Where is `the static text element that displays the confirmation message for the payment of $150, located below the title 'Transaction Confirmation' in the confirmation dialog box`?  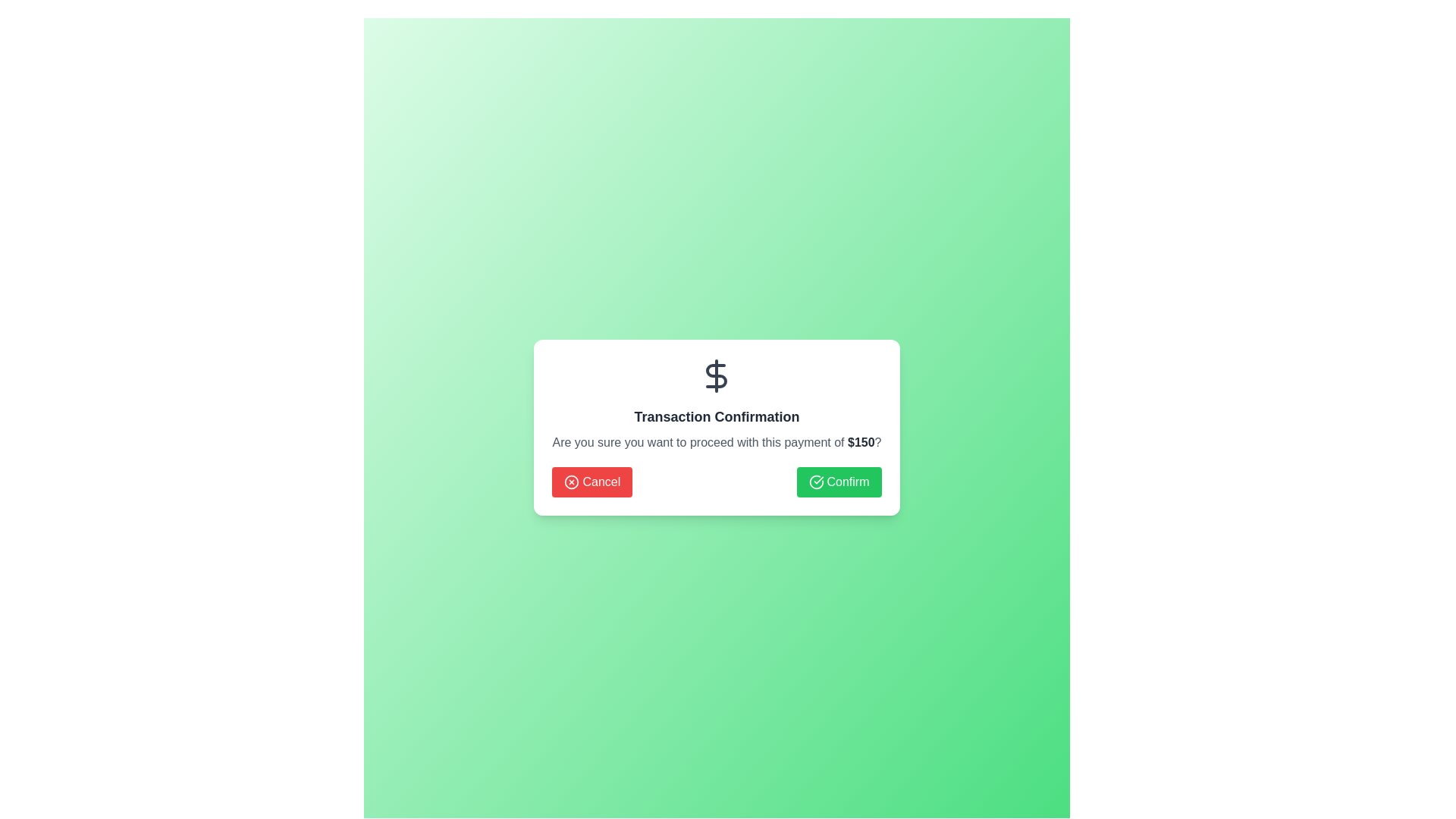
the static text element that displays the confirmation message for the payment of $150, located below the title 'Transaction Confirmation' in the confirmation dialog box is located at coordinates (716, 442).